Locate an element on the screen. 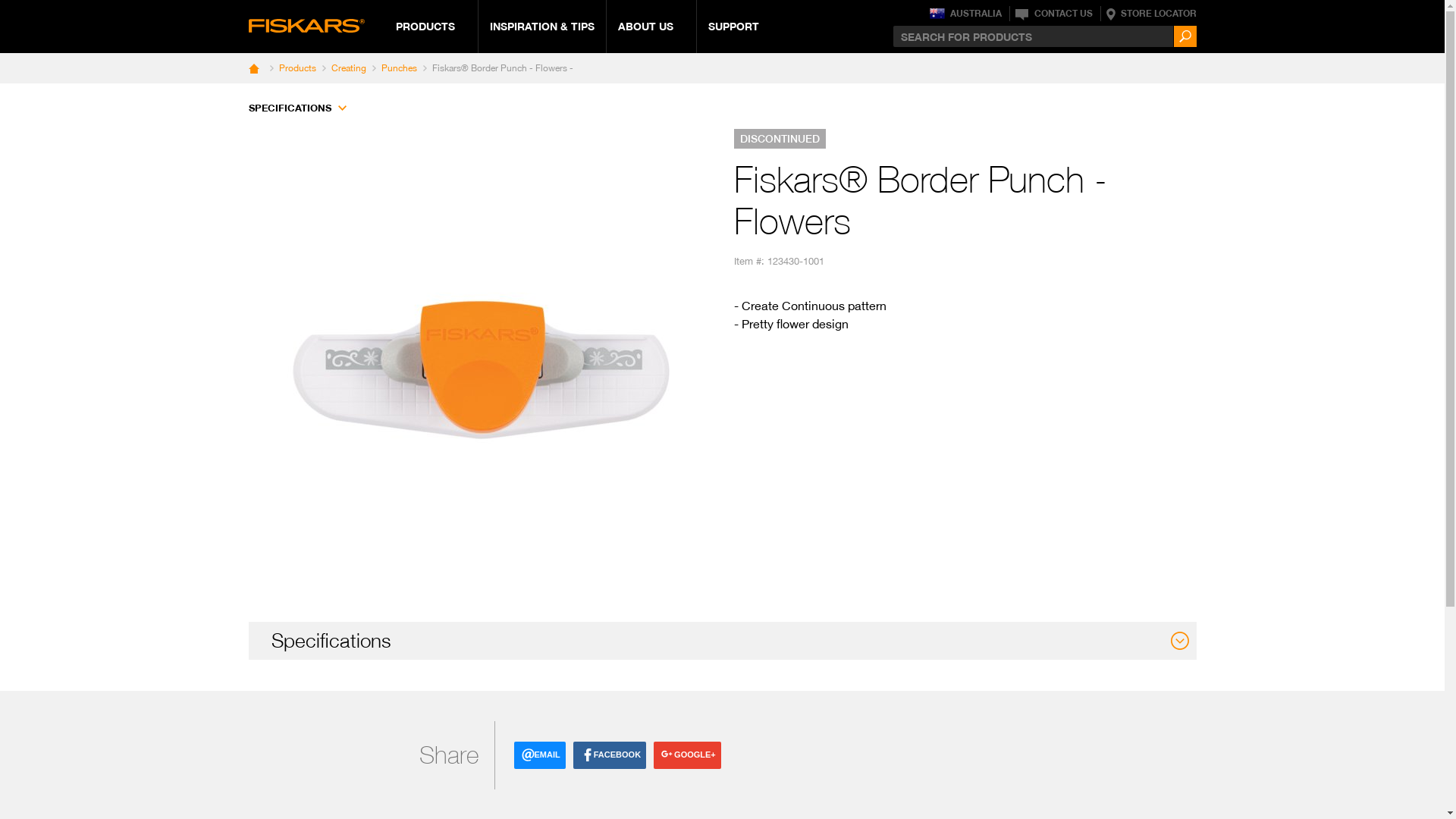 The image size is (1456, 819). 'INSPIRATION & TIPS' is located at coordinates (542, 26).